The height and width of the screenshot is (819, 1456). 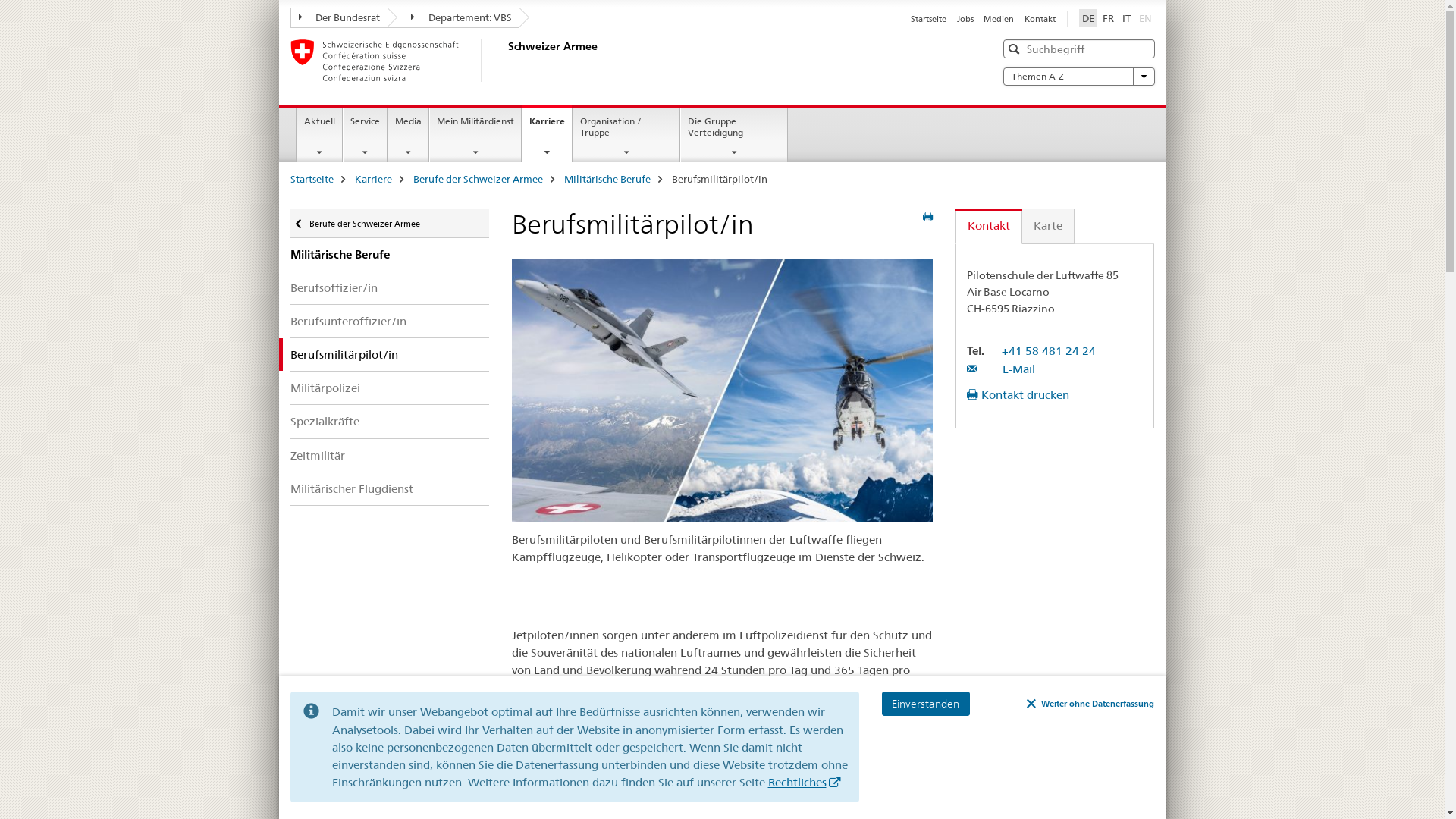 I want to click on 'Karriere, so click(x=546, y=132).